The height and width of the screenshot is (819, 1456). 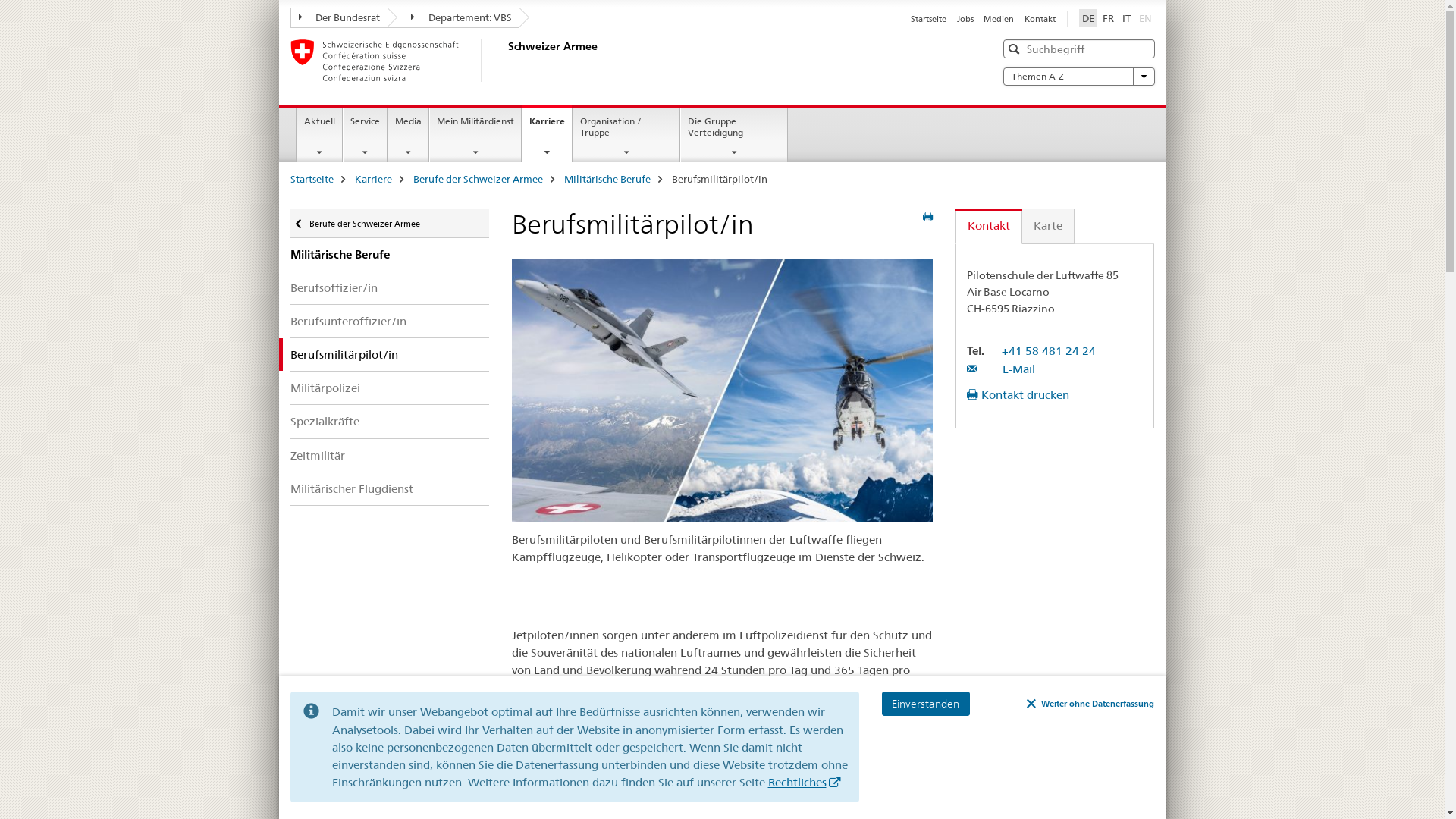 I want to click on 'Karriere, so click(x=546, y=132).